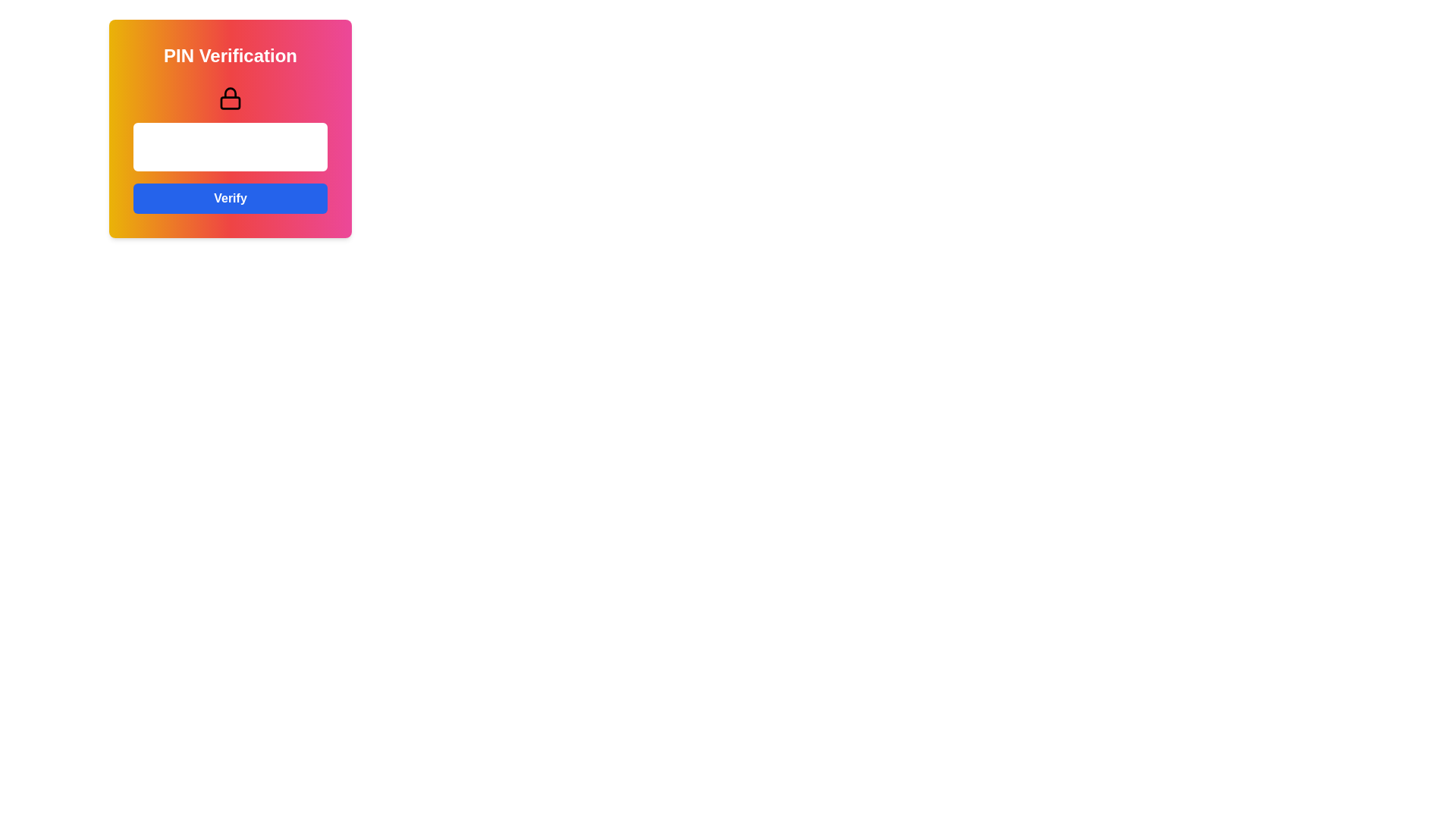 Image resolution: width=1456 pixels, height=819 pixels. Describe the element at coordinates (229, 102) in the screenshot. I see `the decorative shape inside the lock icon, located at the bottom area of the lock's body, which enhances its visual appeal to indicate security or restricted access` at that location.